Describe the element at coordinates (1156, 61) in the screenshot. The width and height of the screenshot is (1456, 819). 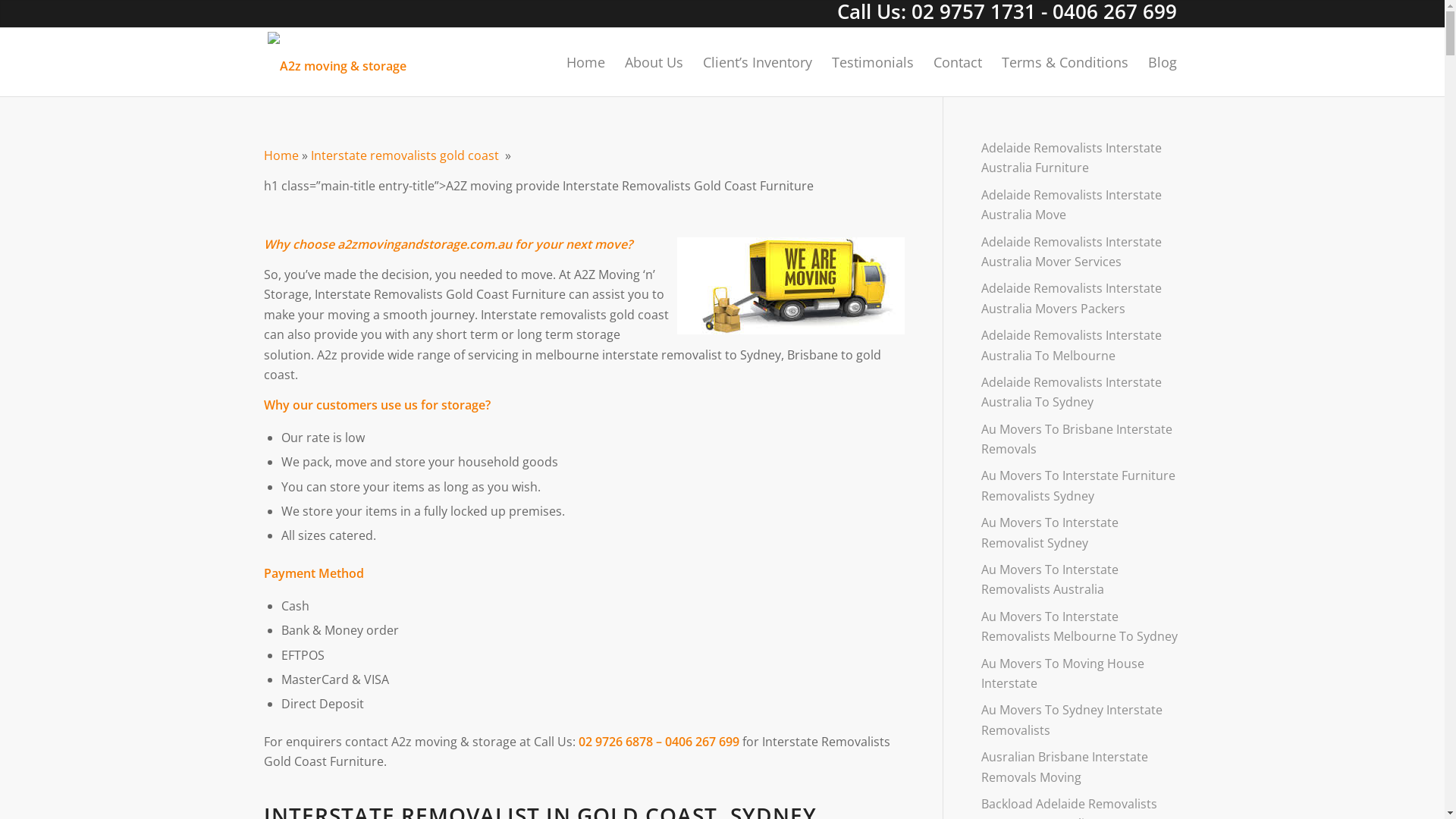
I see `'Blog'` at that location.